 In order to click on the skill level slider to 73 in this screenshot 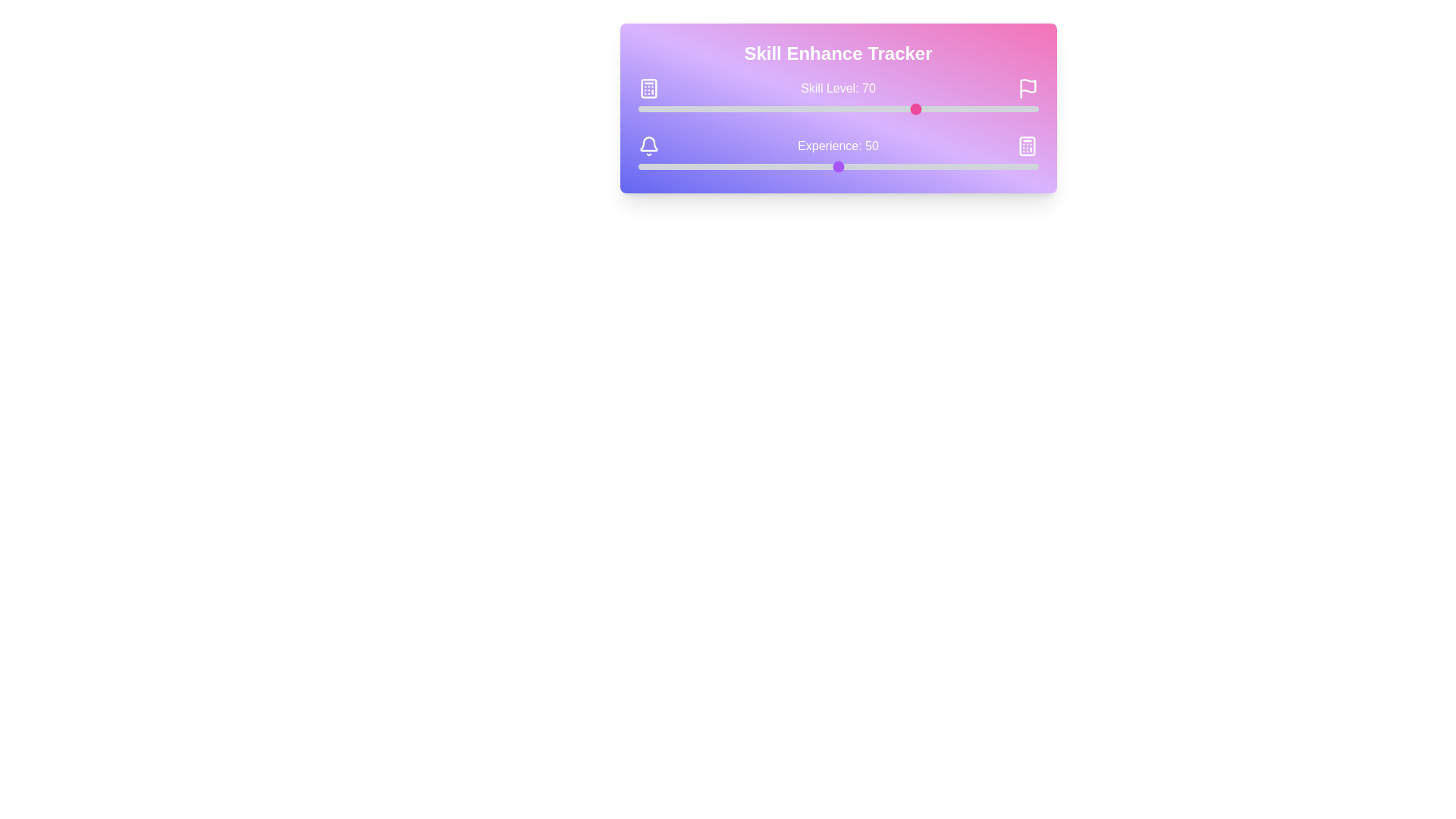, I will do `click(929, 108)`.